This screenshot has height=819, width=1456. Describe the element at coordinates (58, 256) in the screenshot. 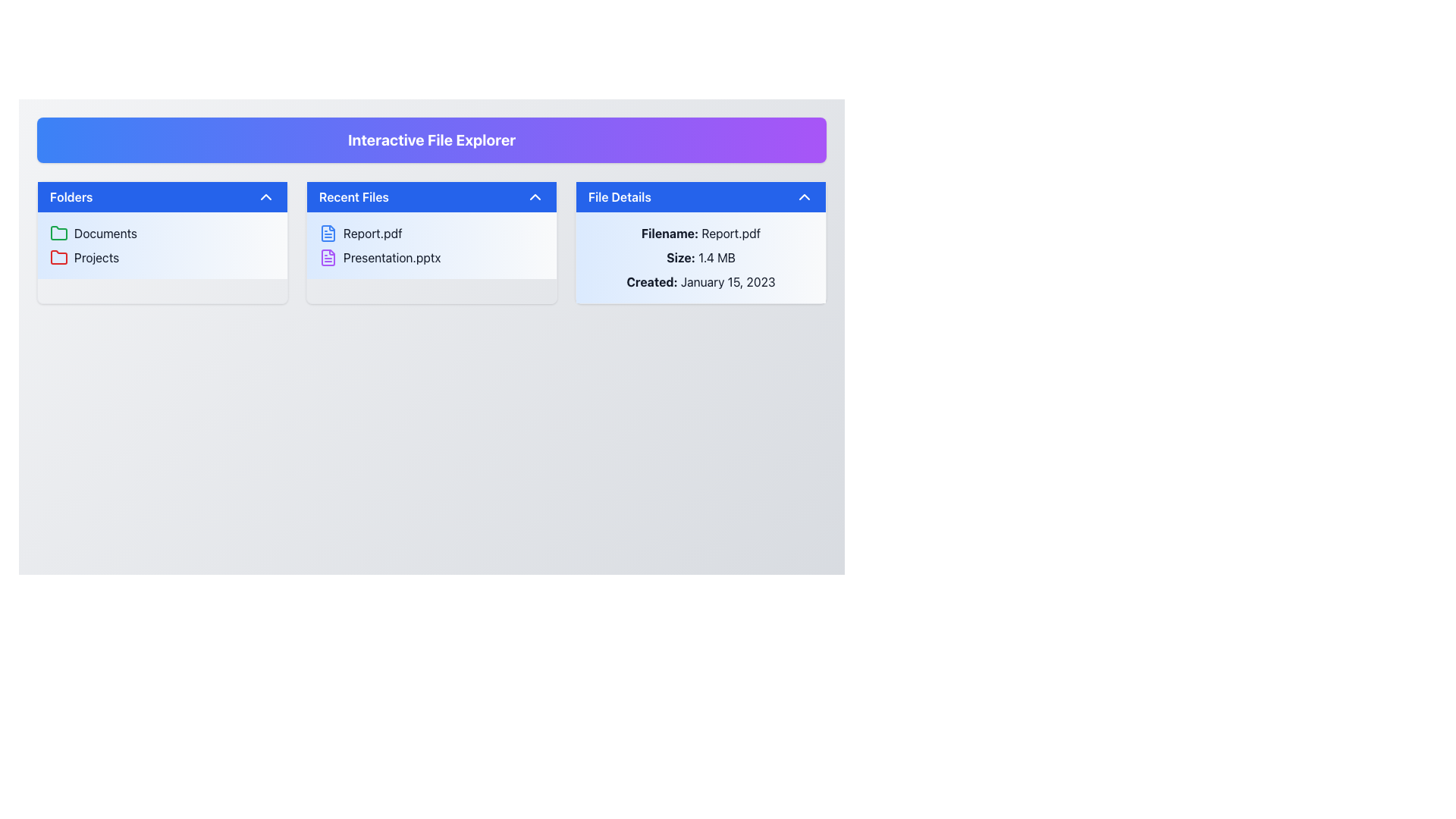

I see `the second folder icon in the 'Folders' section, which represents the 'Projects' section` at that location.